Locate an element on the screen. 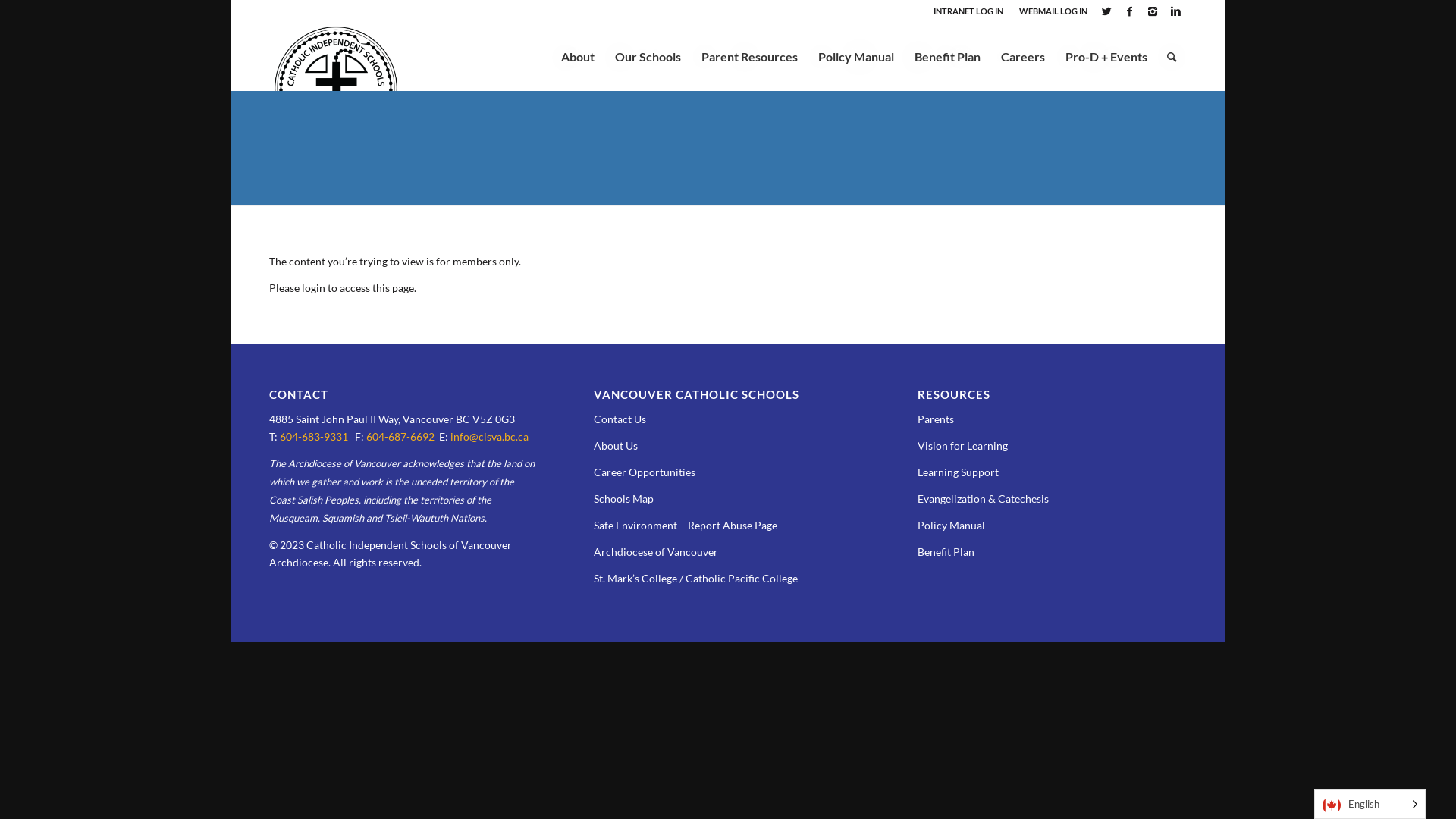 The height and width of the screenshot is (819, 1456). 'Parents' is located at coordinates (916, 419).